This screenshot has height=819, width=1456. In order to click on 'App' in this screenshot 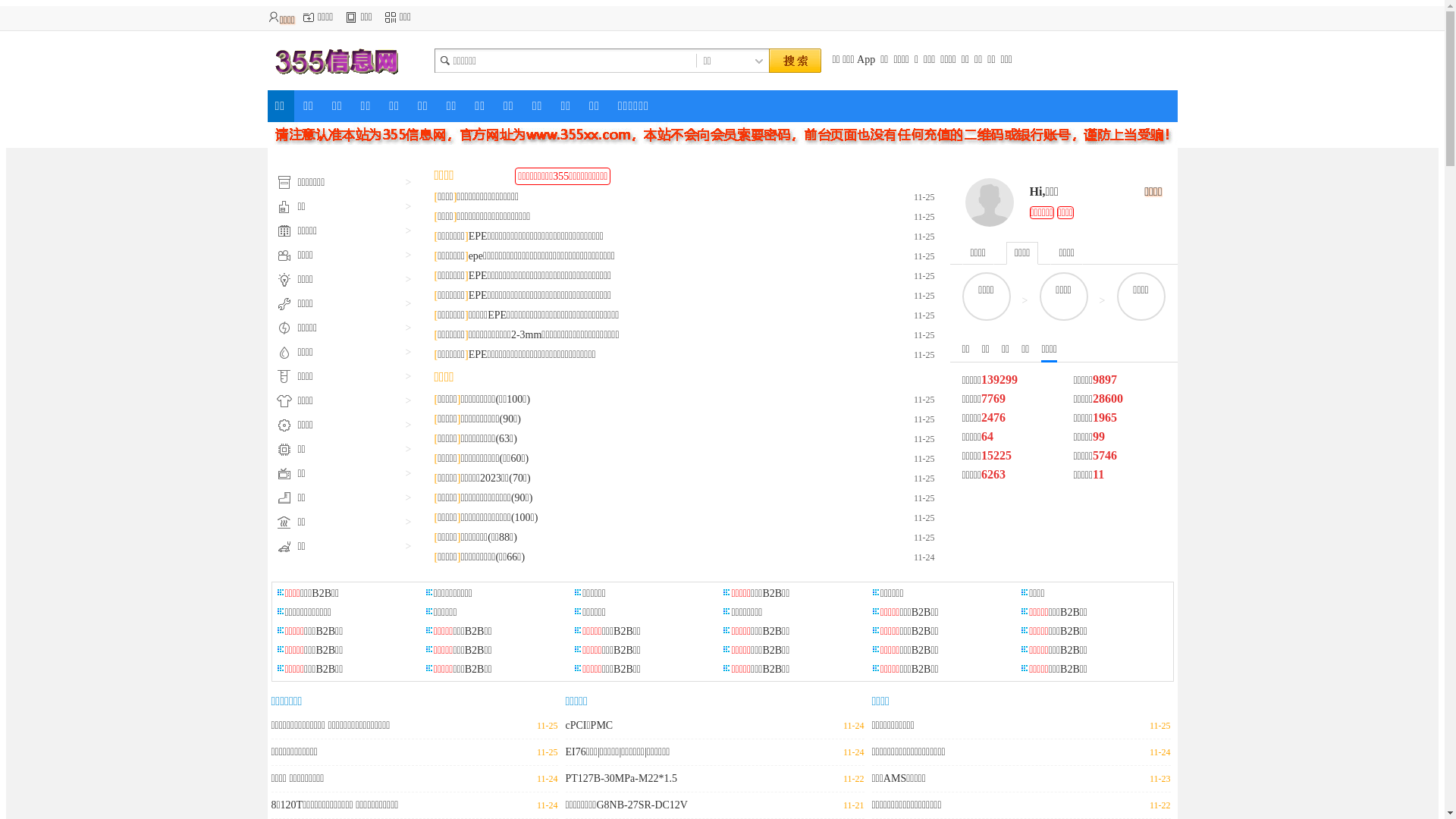, I will do `click(856, 58)`.